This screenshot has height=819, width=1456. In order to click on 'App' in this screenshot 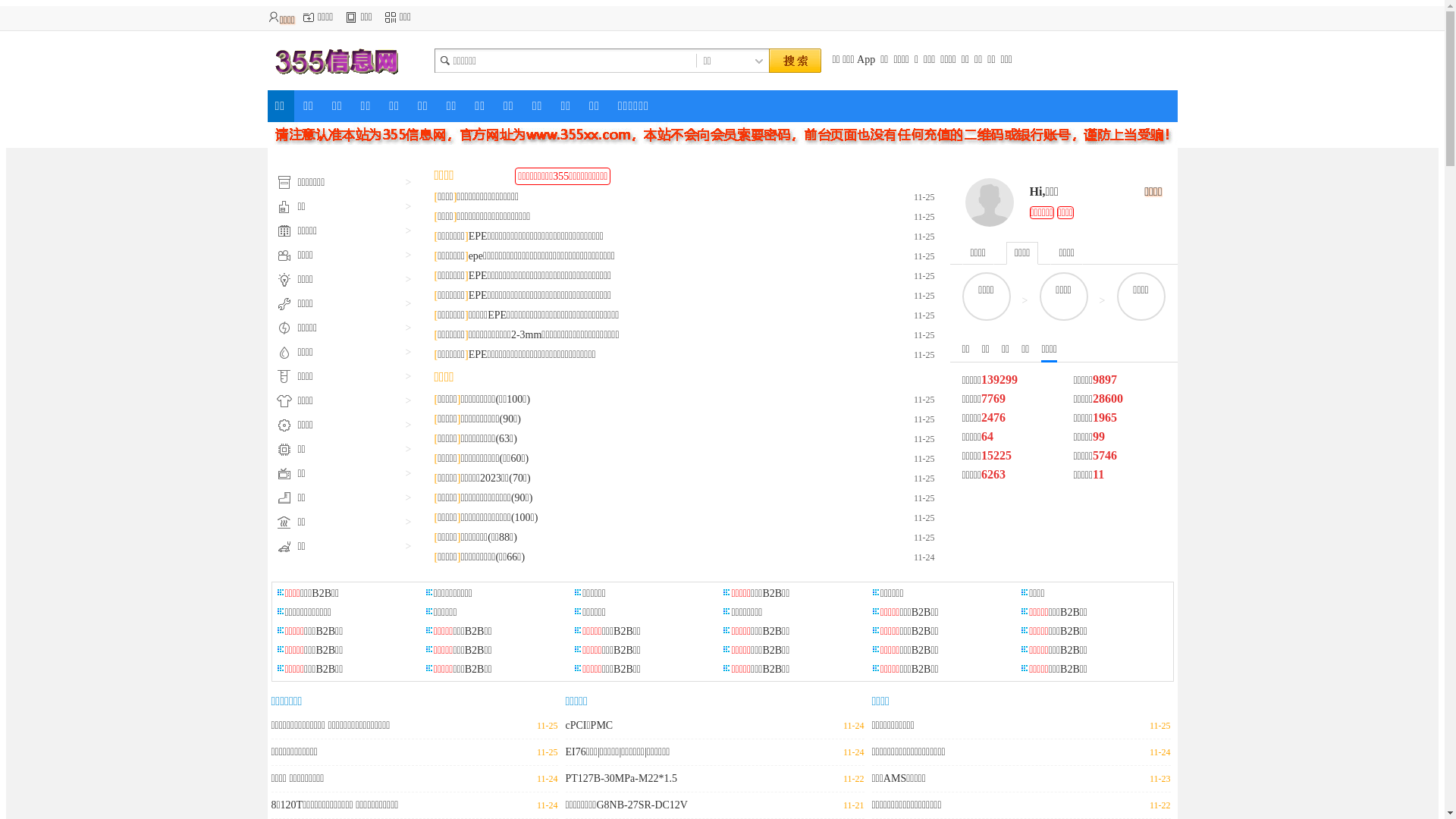, I will do `click(856, 58)`.